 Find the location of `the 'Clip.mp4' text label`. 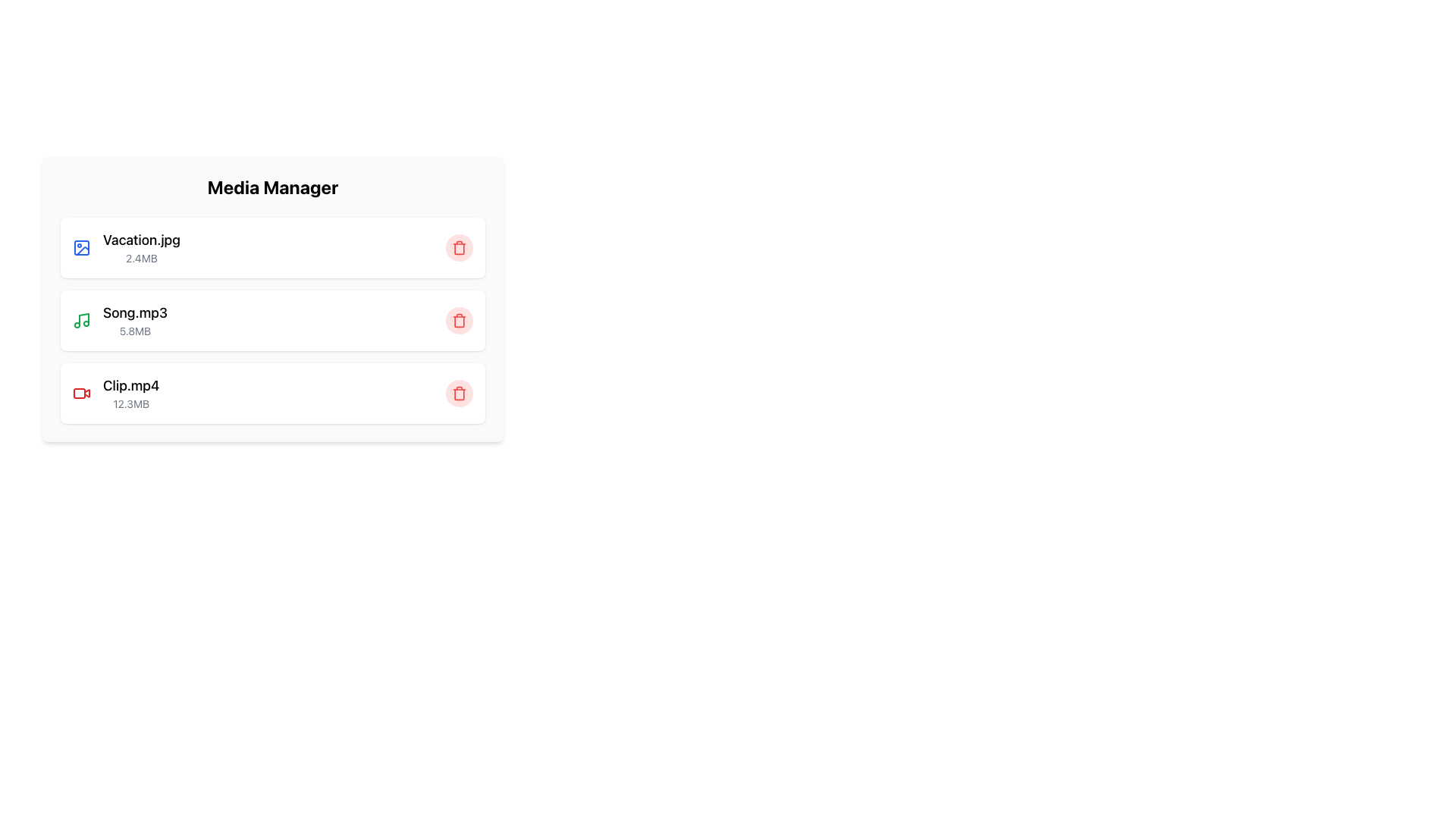

the 'Clip.mp4' text label is located at coordinates (131, 393).